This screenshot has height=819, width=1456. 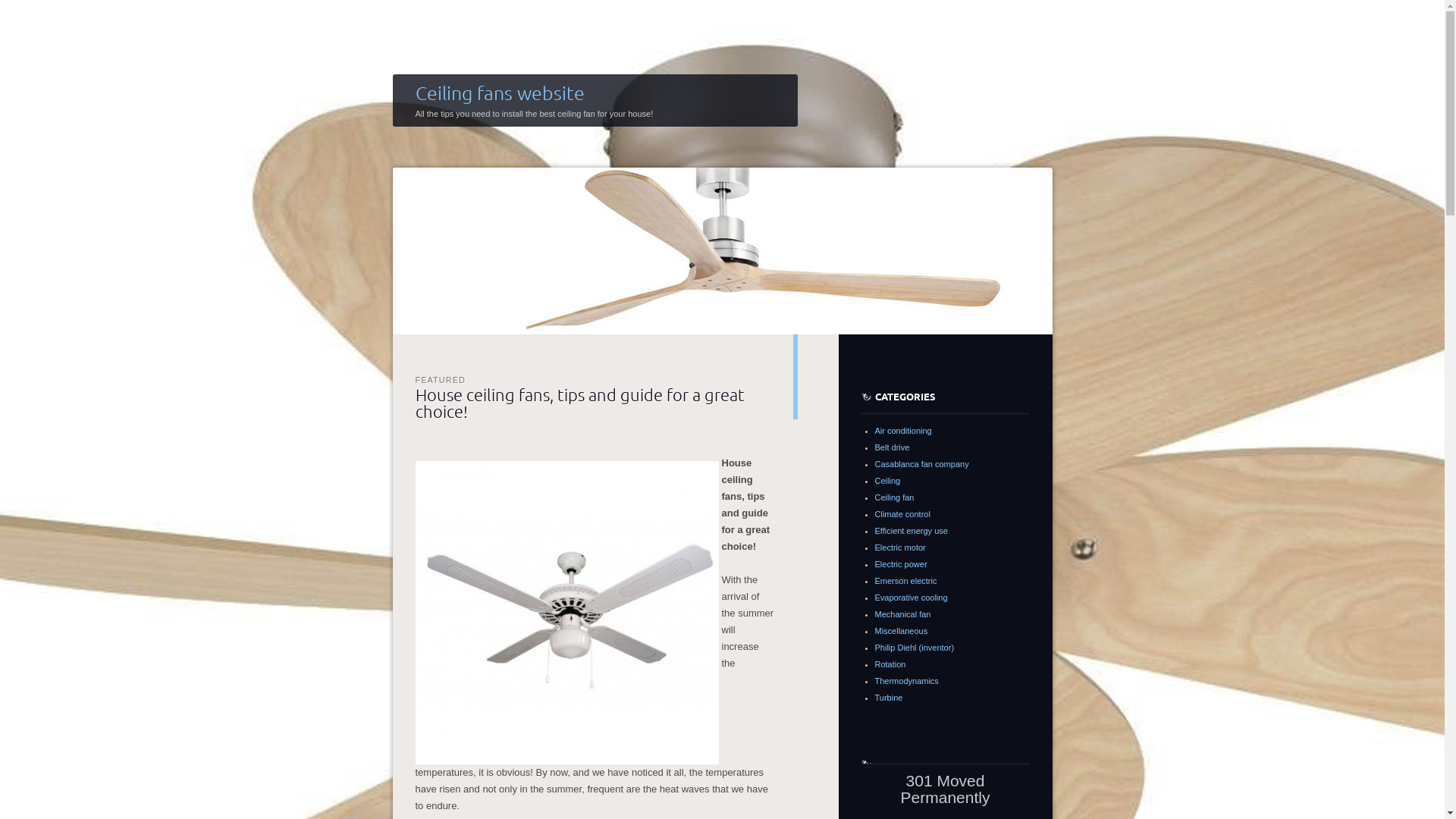 I want to click on 'Electric power', so click(x=901, y=564).